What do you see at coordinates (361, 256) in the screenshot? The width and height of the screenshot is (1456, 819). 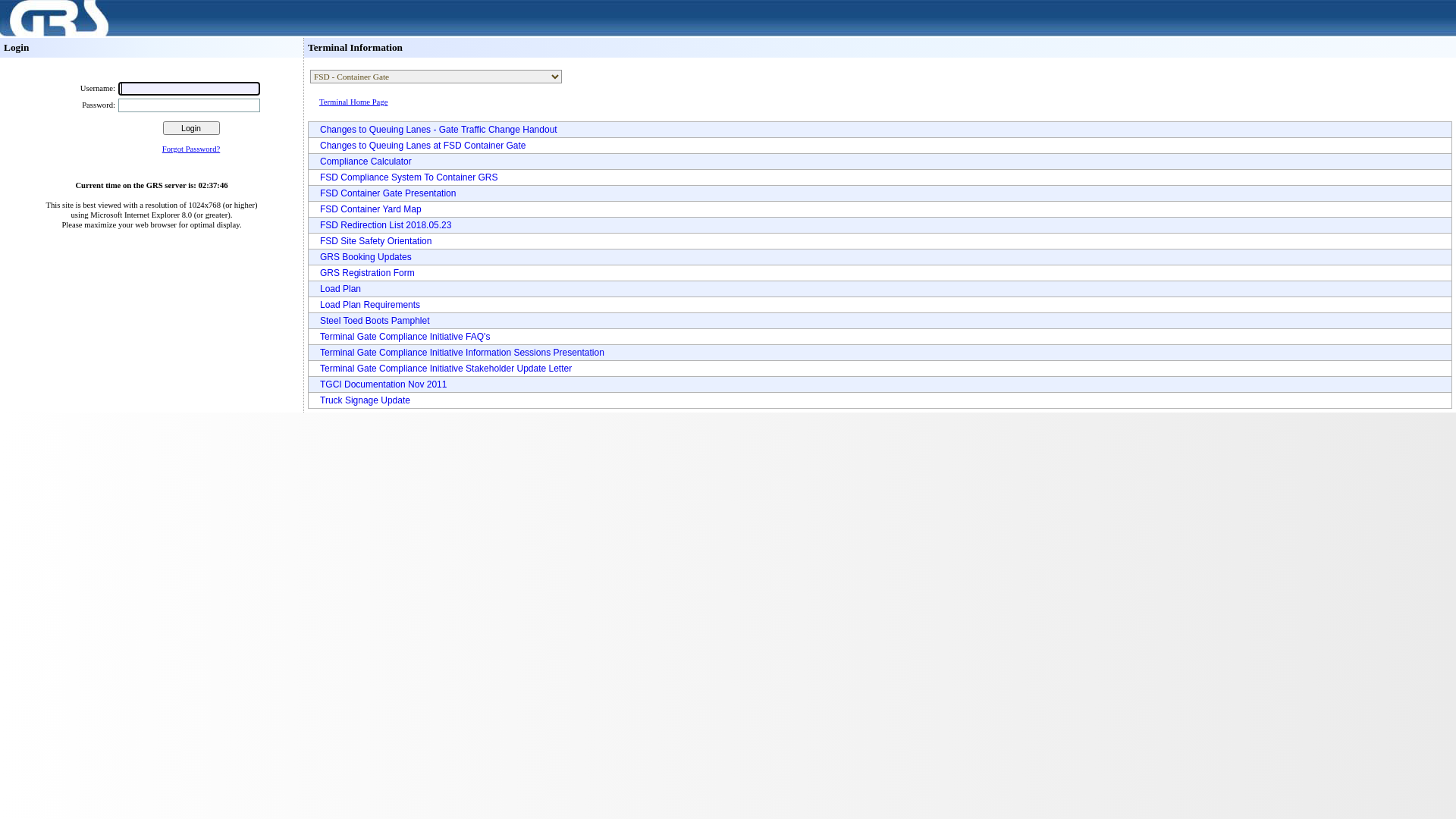 I see `'GRS Booking Updates'` at bounding box center [361, 256].